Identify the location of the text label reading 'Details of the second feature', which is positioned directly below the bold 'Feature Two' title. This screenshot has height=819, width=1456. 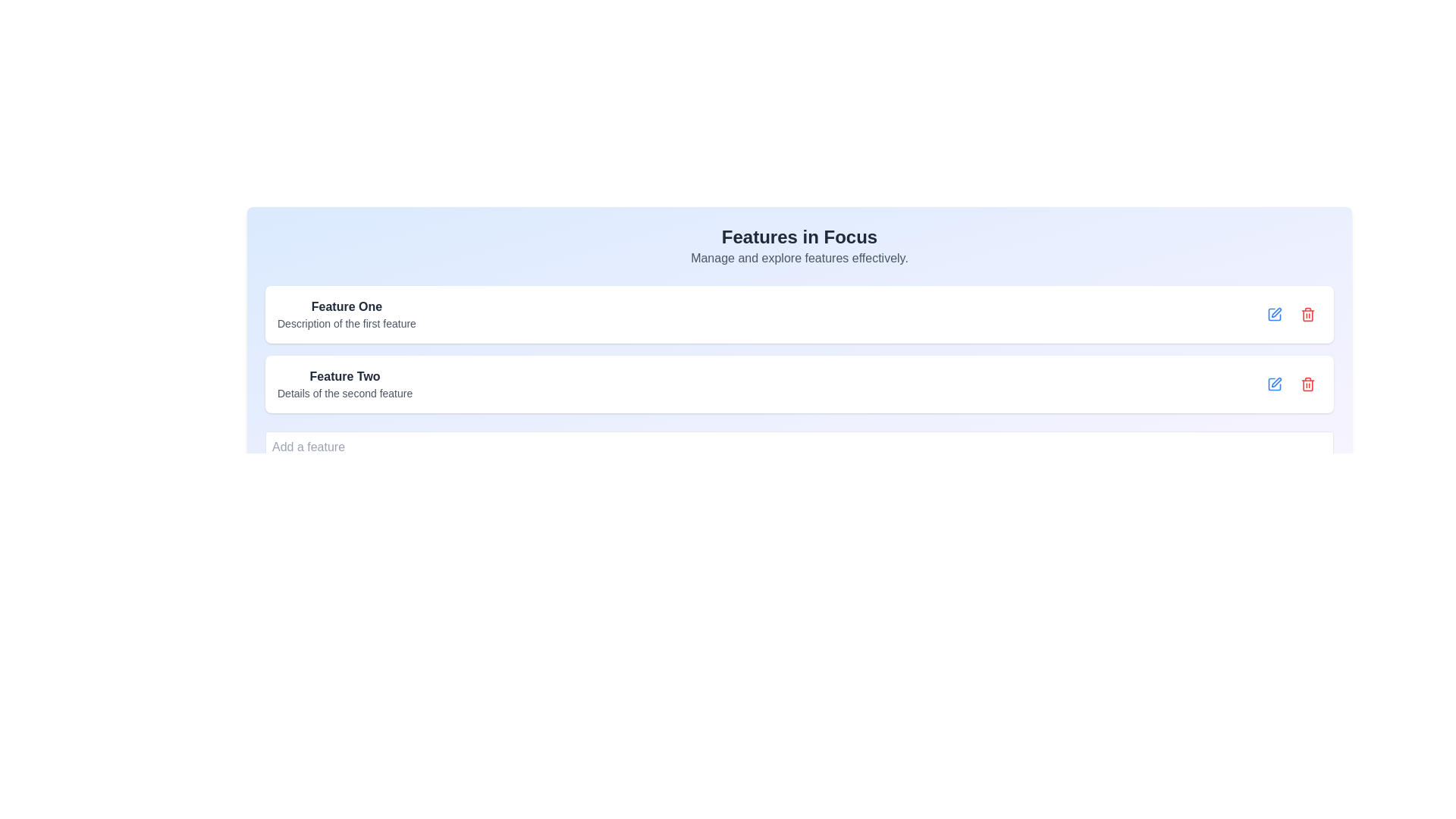
(344, 393).